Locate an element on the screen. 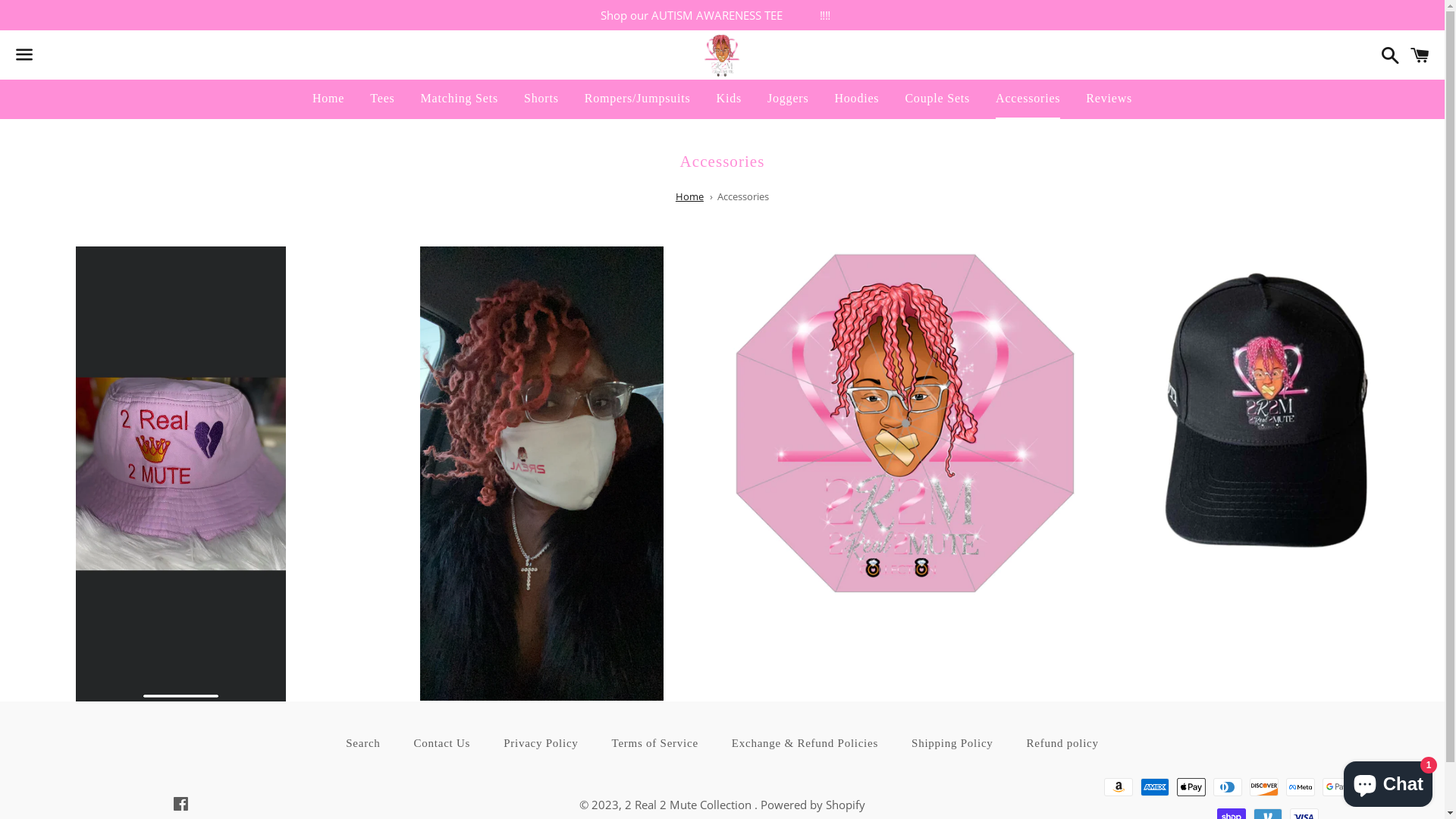 This screenshot has width=1456, height=819. 'Shipping Policy' is located at coordinates (952, 742).